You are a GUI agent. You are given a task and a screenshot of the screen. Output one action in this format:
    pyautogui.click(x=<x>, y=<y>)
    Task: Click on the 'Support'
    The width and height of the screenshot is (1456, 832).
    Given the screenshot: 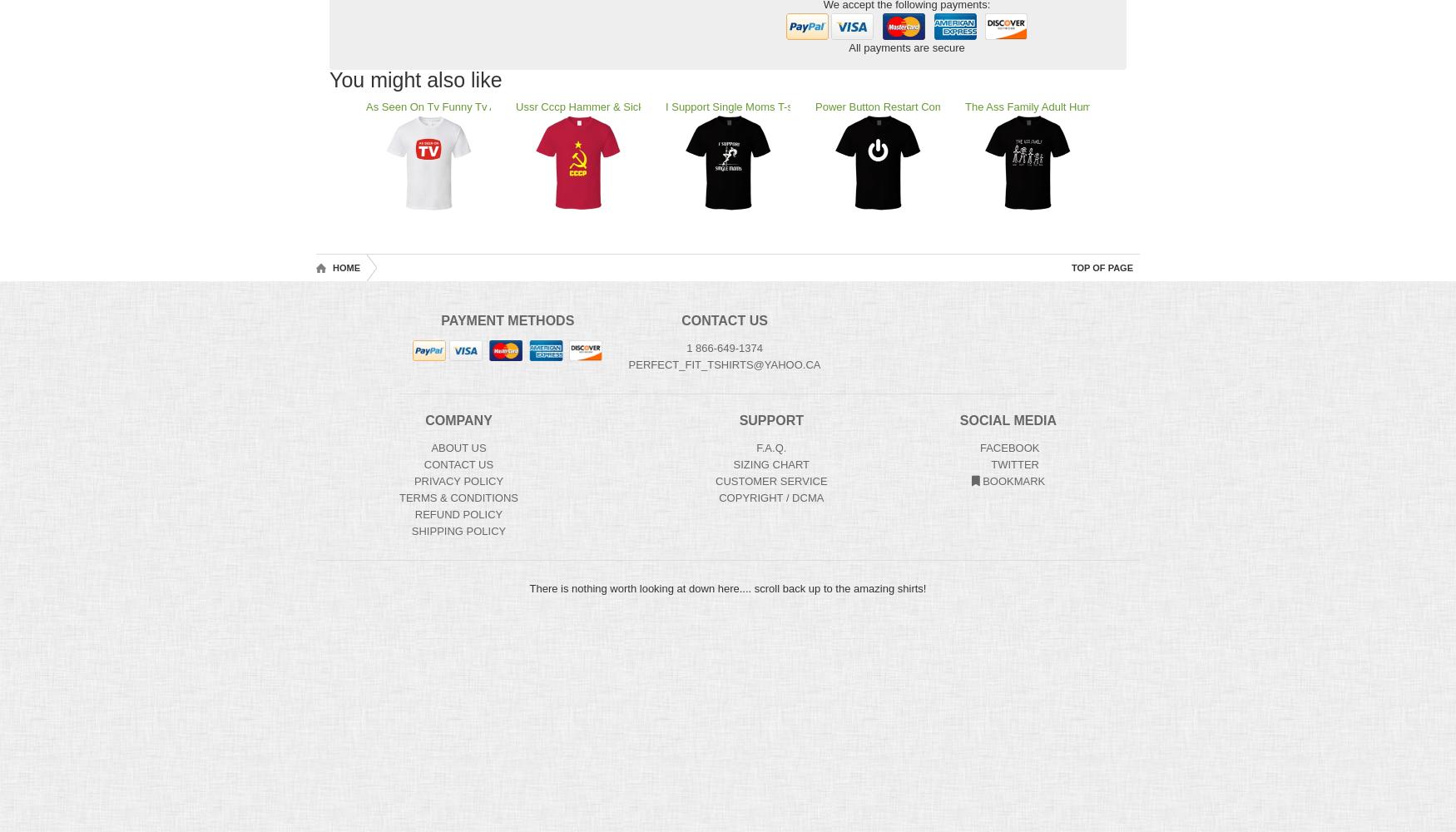 What is the action you would take?
    pyautogui.click(x=770, y=420)
    